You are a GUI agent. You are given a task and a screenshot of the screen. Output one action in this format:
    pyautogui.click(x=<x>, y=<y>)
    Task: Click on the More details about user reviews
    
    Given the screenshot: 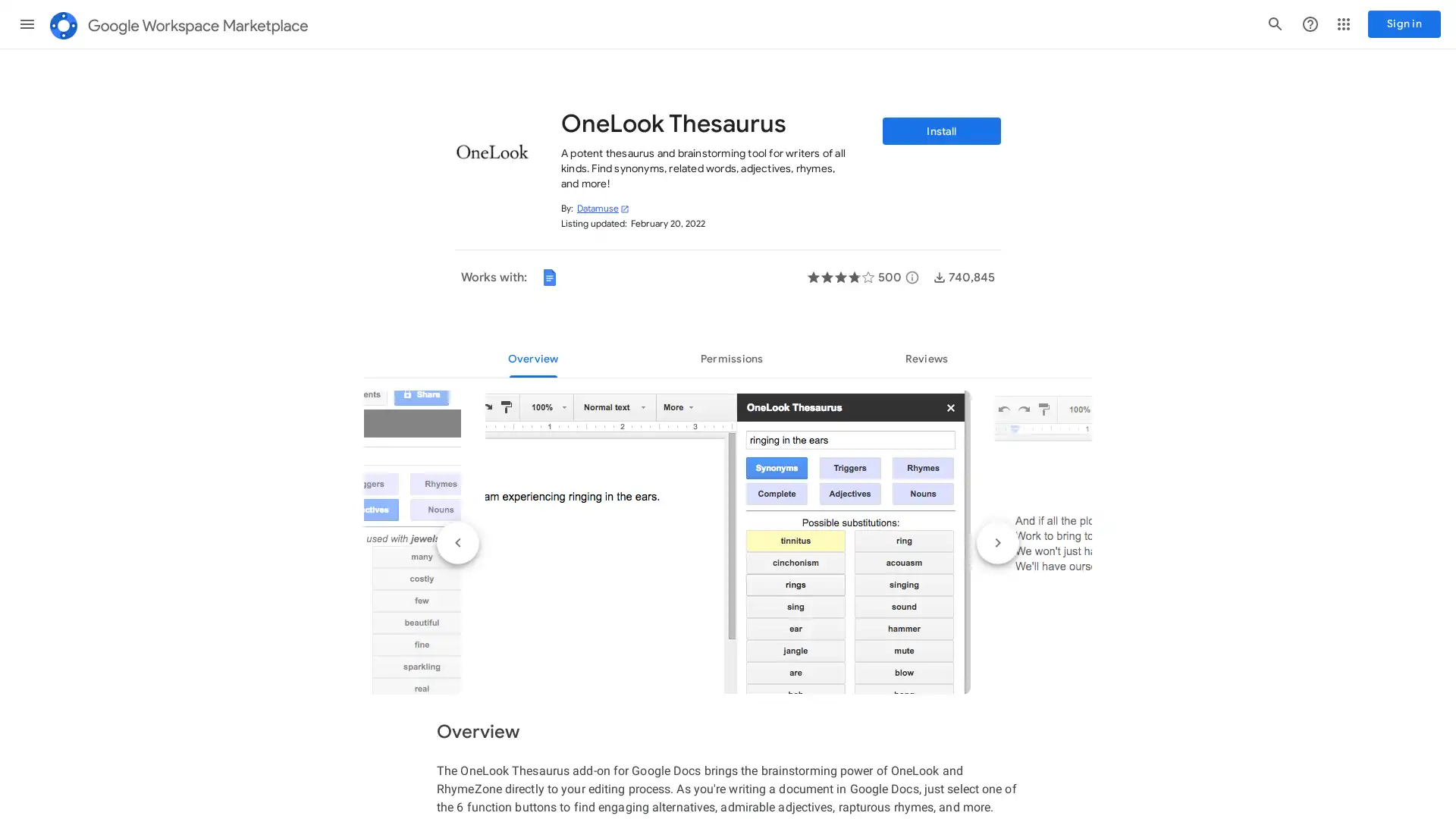 What is the action you would take?
    pyautogui.click(x=1018, y=278)
    